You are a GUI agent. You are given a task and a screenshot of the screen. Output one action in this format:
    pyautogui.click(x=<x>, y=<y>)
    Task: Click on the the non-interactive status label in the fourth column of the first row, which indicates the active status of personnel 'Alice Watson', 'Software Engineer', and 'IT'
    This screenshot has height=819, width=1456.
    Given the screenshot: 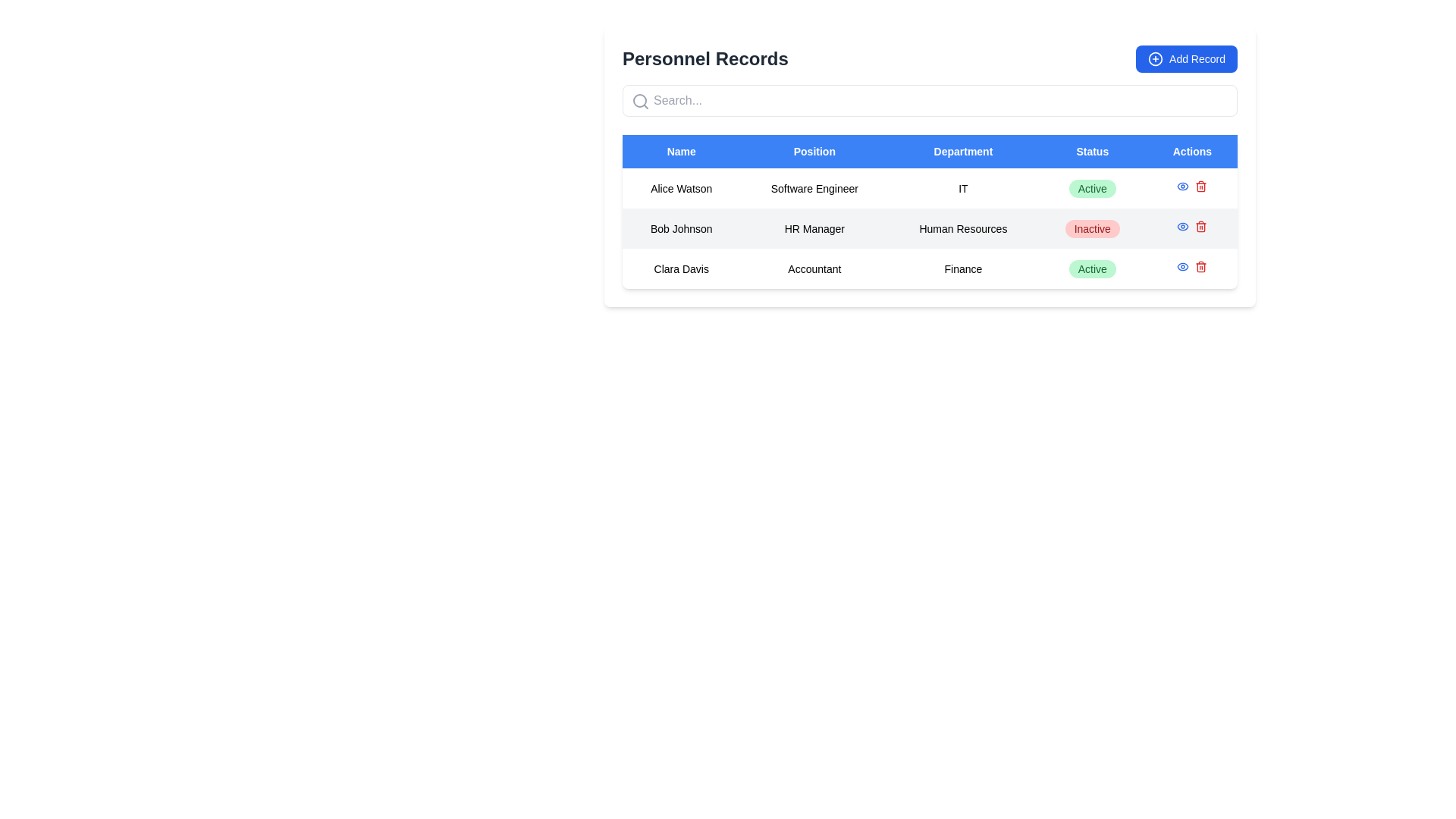 What is the action you would take?
    pyautogui.click(x=1092, y=187)
    